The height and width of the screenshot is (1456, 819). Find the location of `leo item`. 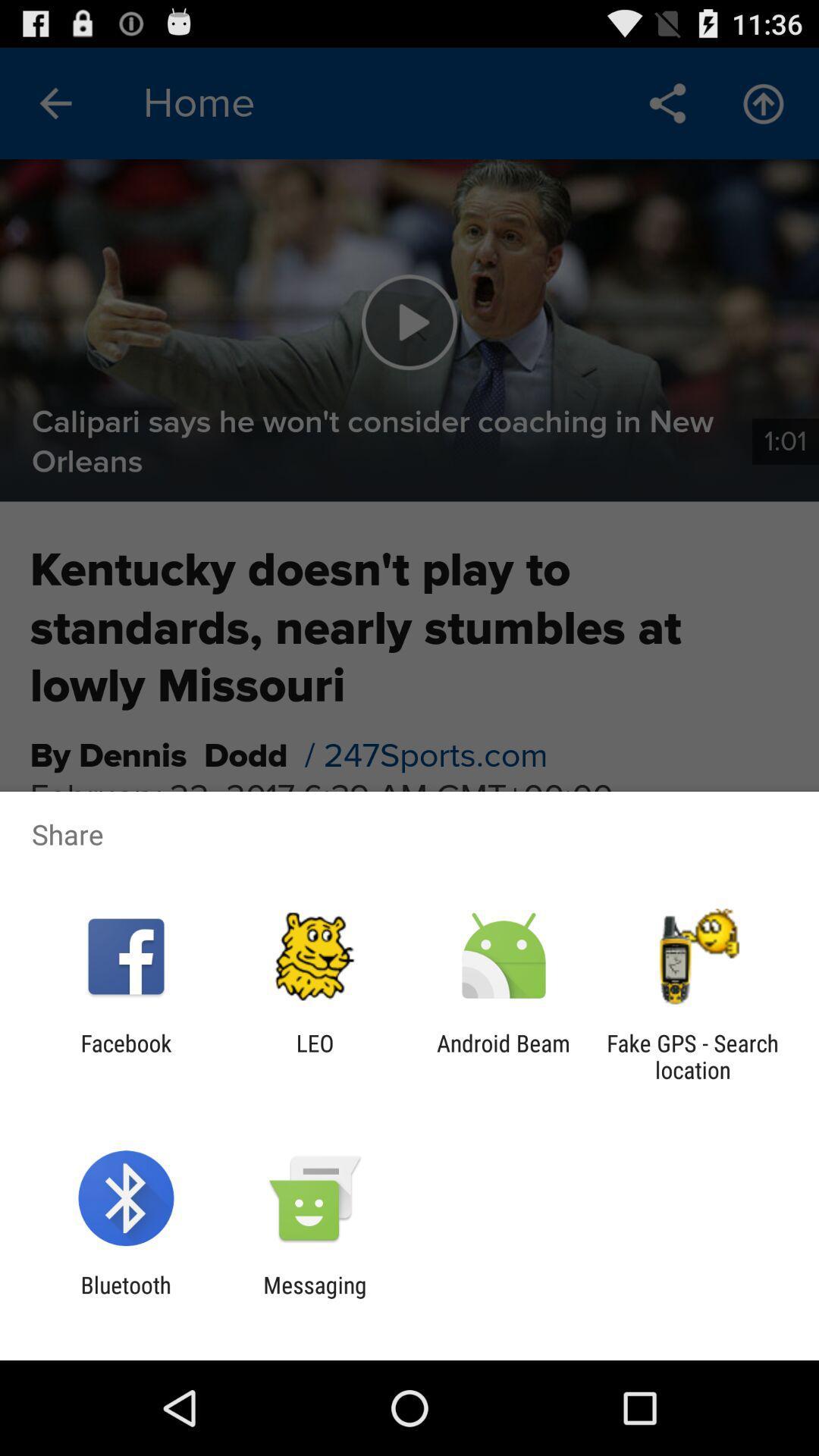

leo item is located at coordinates (314, 1056).